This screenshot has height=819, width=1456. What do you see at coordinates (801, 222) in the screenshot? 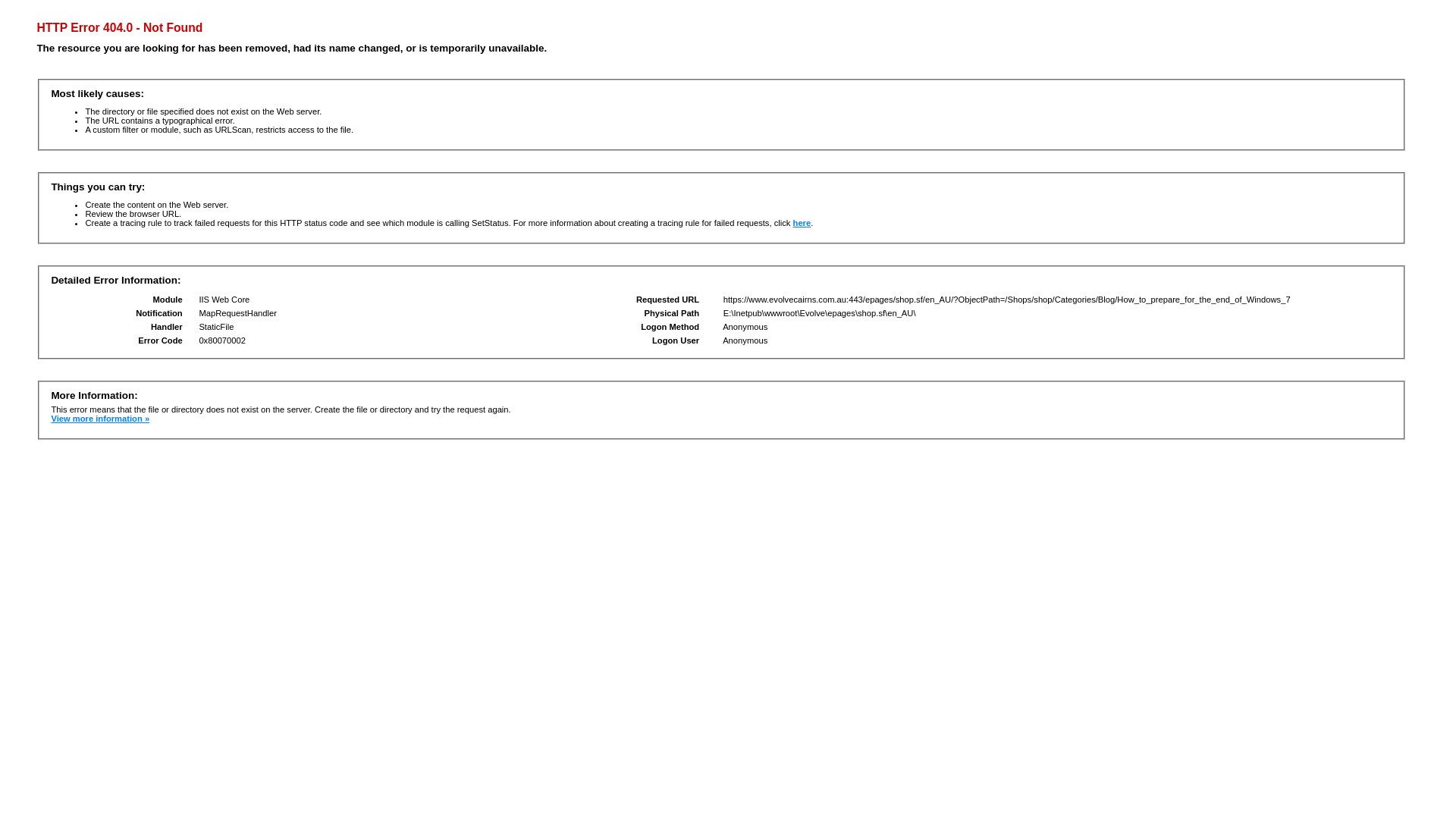
I see `'here'` at bounding box center [801, 222].